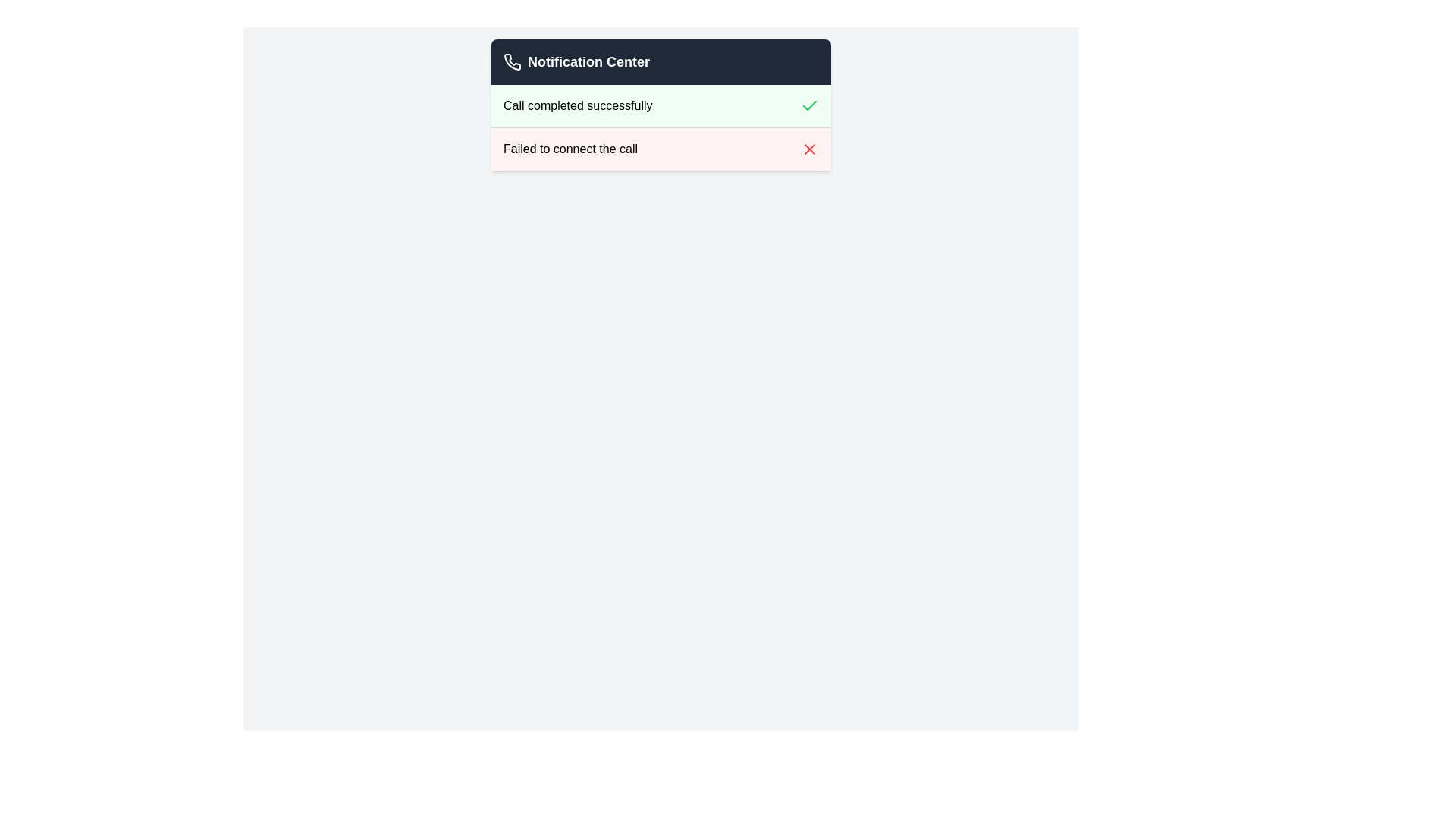 This screenshot has width=1456, height=819. Describe the element at coordinates (809, 105) in the screenshot. I see `the success icon in the notification bar indicating 'Call completed successfully'` at that location.